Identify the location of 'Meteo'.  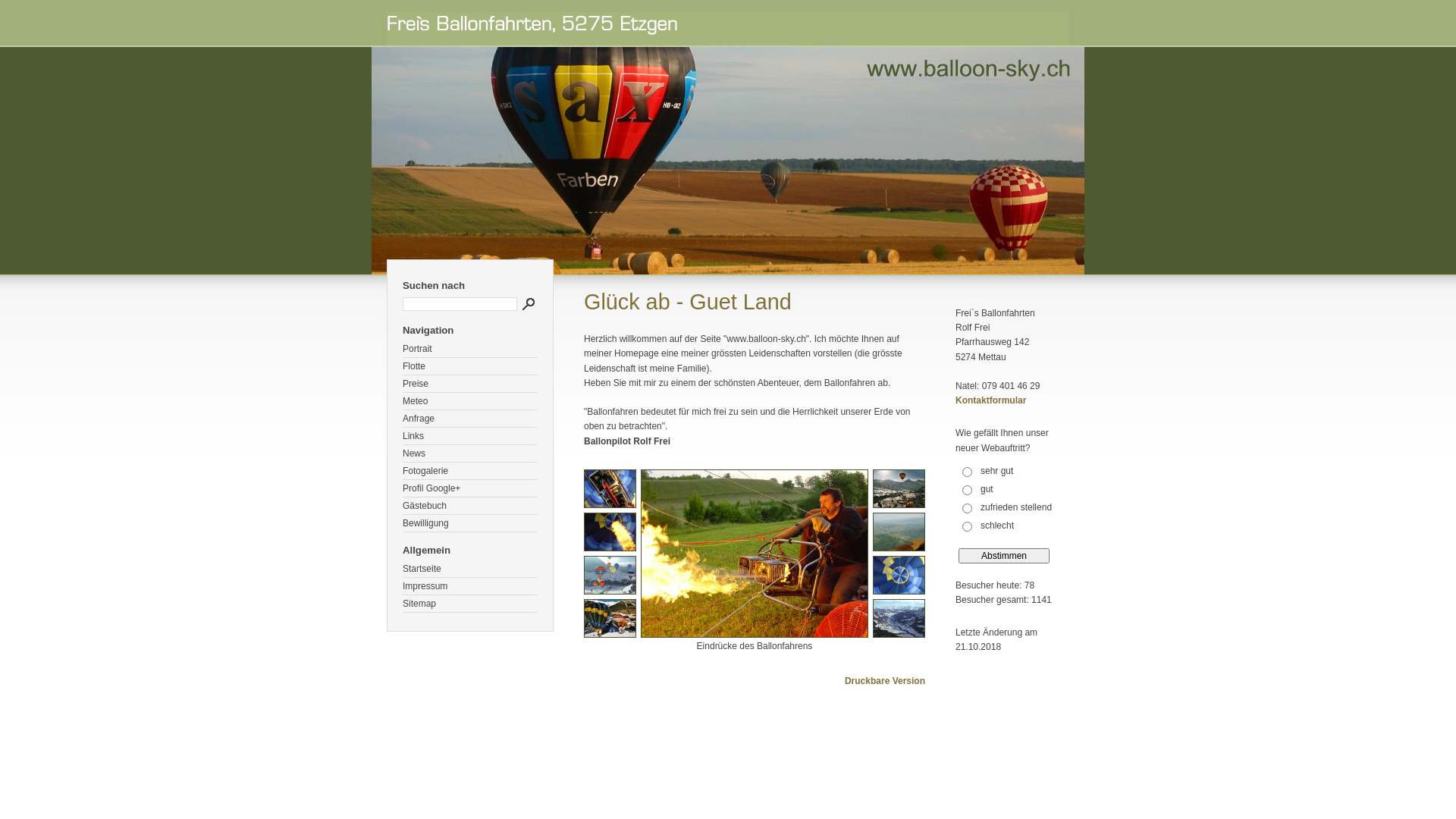
(469, 400).